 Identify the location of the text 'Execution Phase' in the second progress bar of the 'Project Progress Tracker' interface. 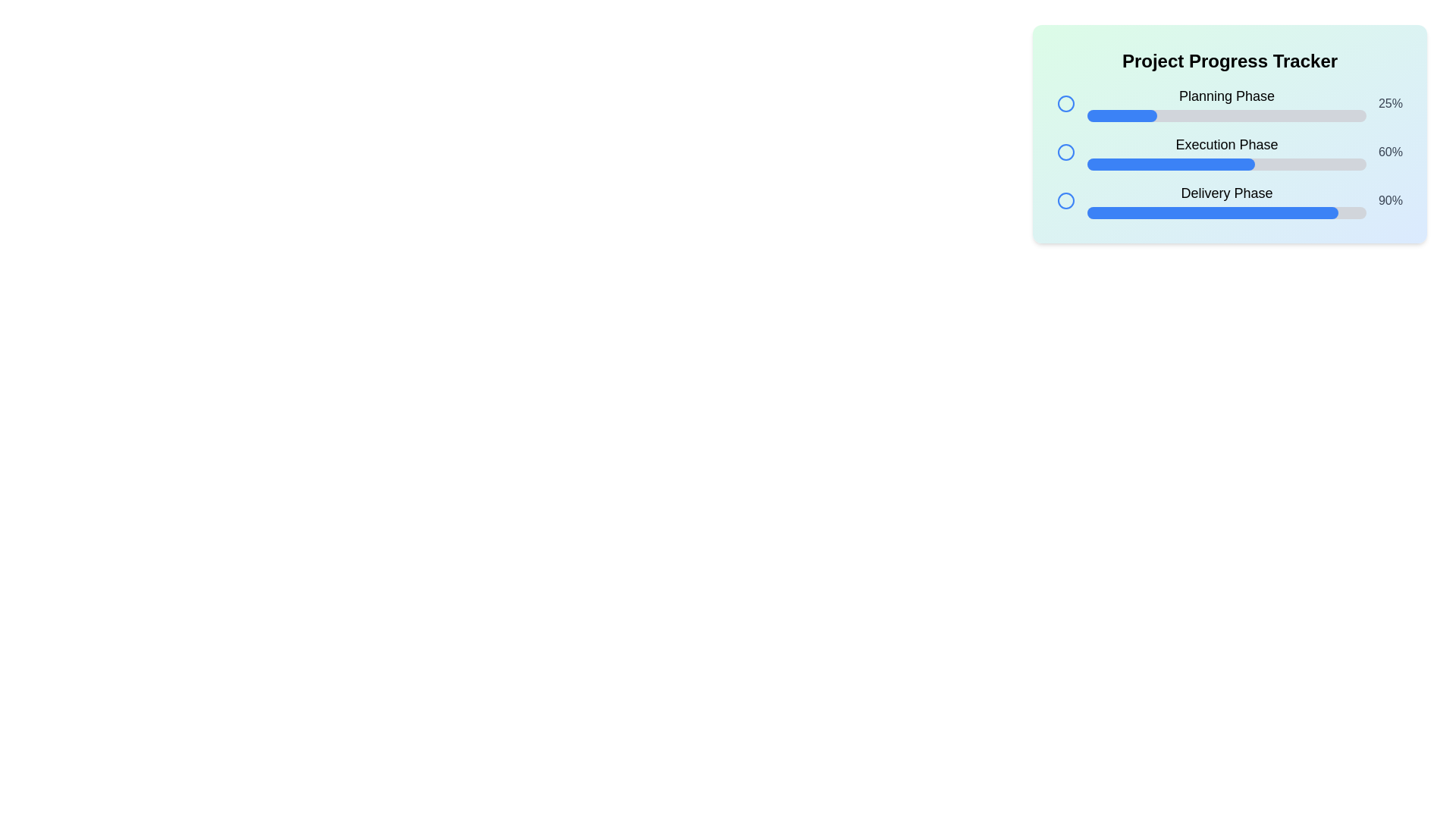
(1230, 152).